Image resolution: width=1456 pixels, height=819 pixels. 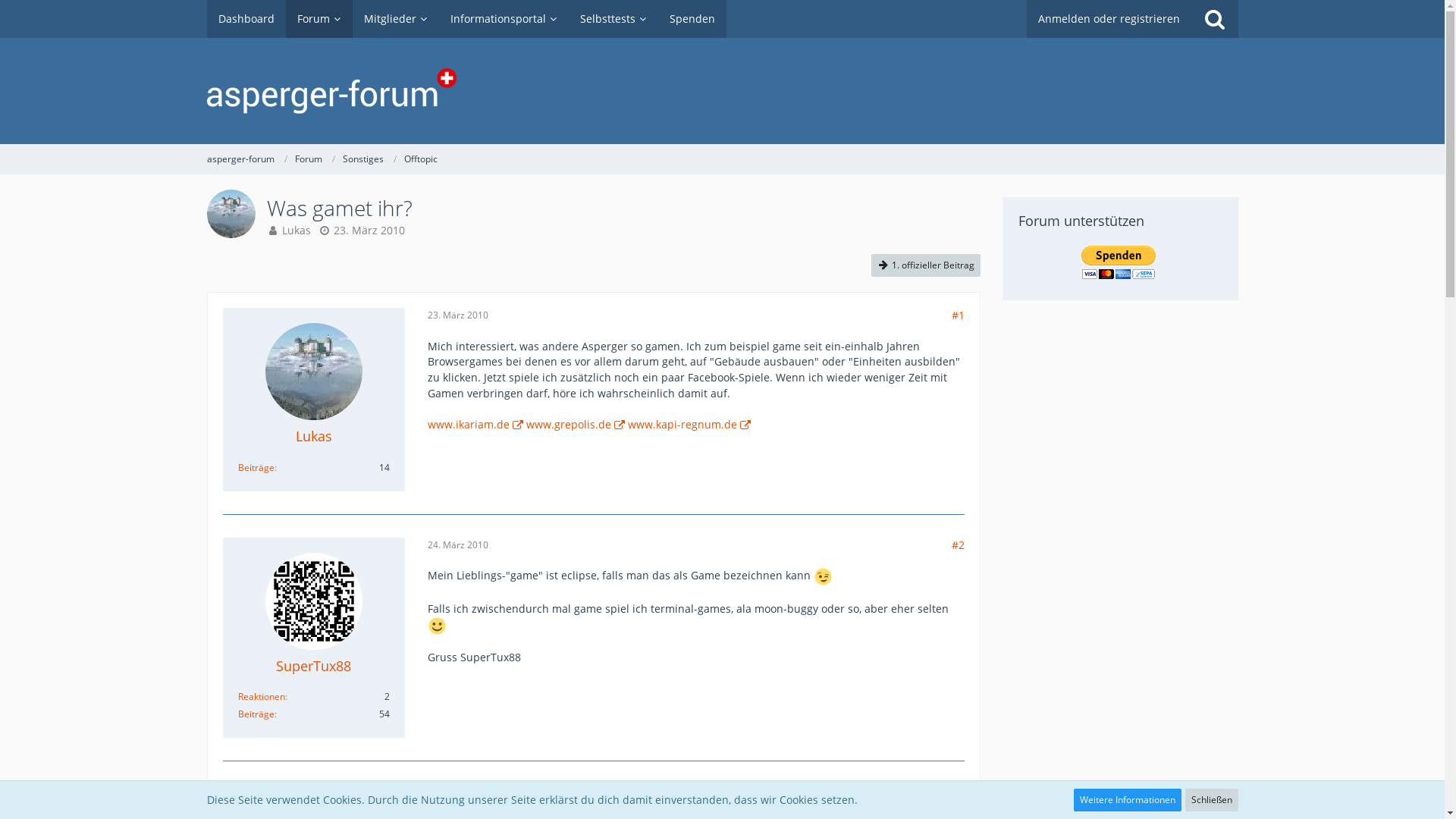 What do you see at coordinates (239, 158) in the screenshot?
I see `'asperger-forum'` at bounding box center [239, 158].